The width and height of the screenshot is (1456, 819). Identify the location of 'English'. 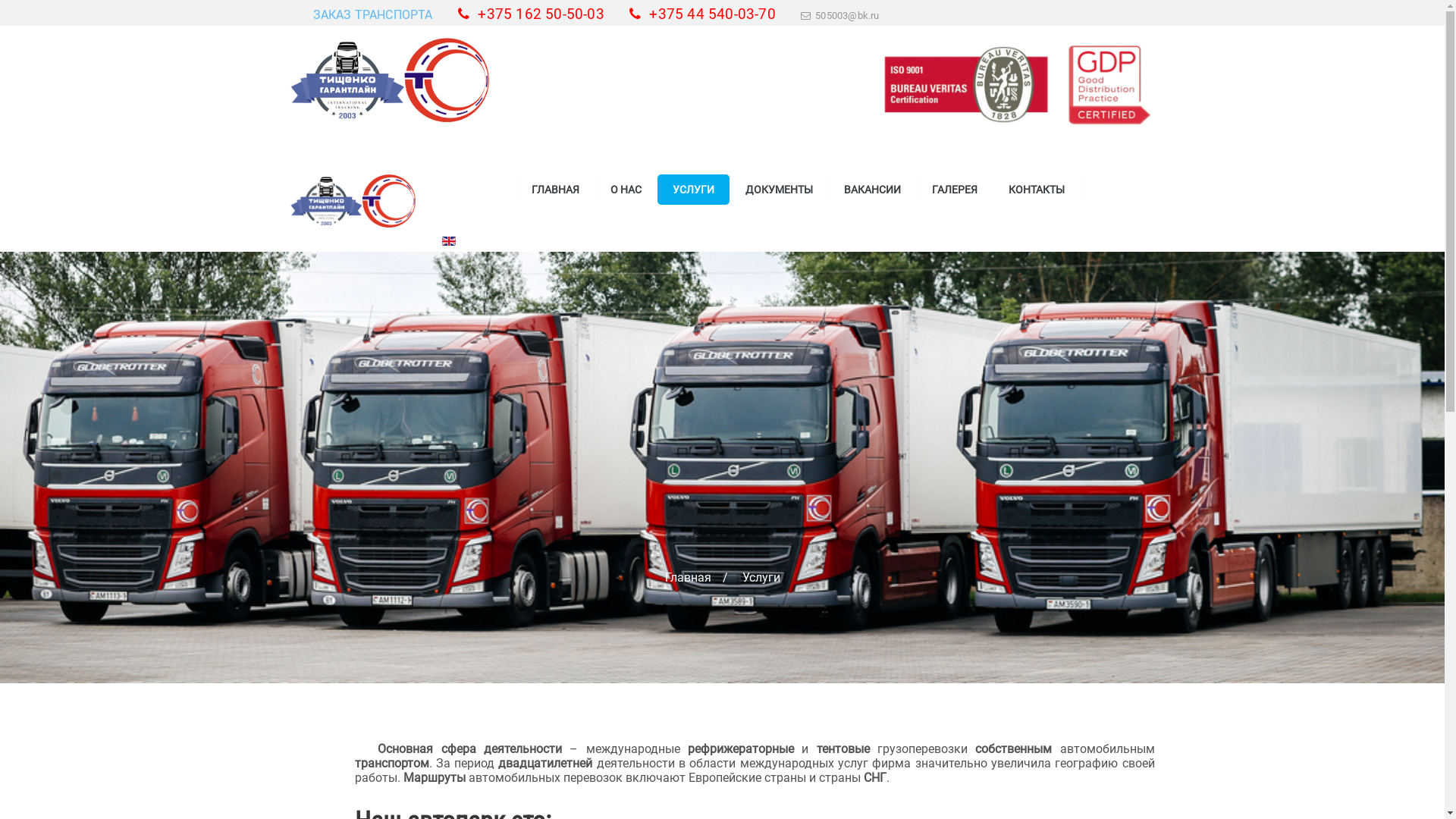
(447, 240).